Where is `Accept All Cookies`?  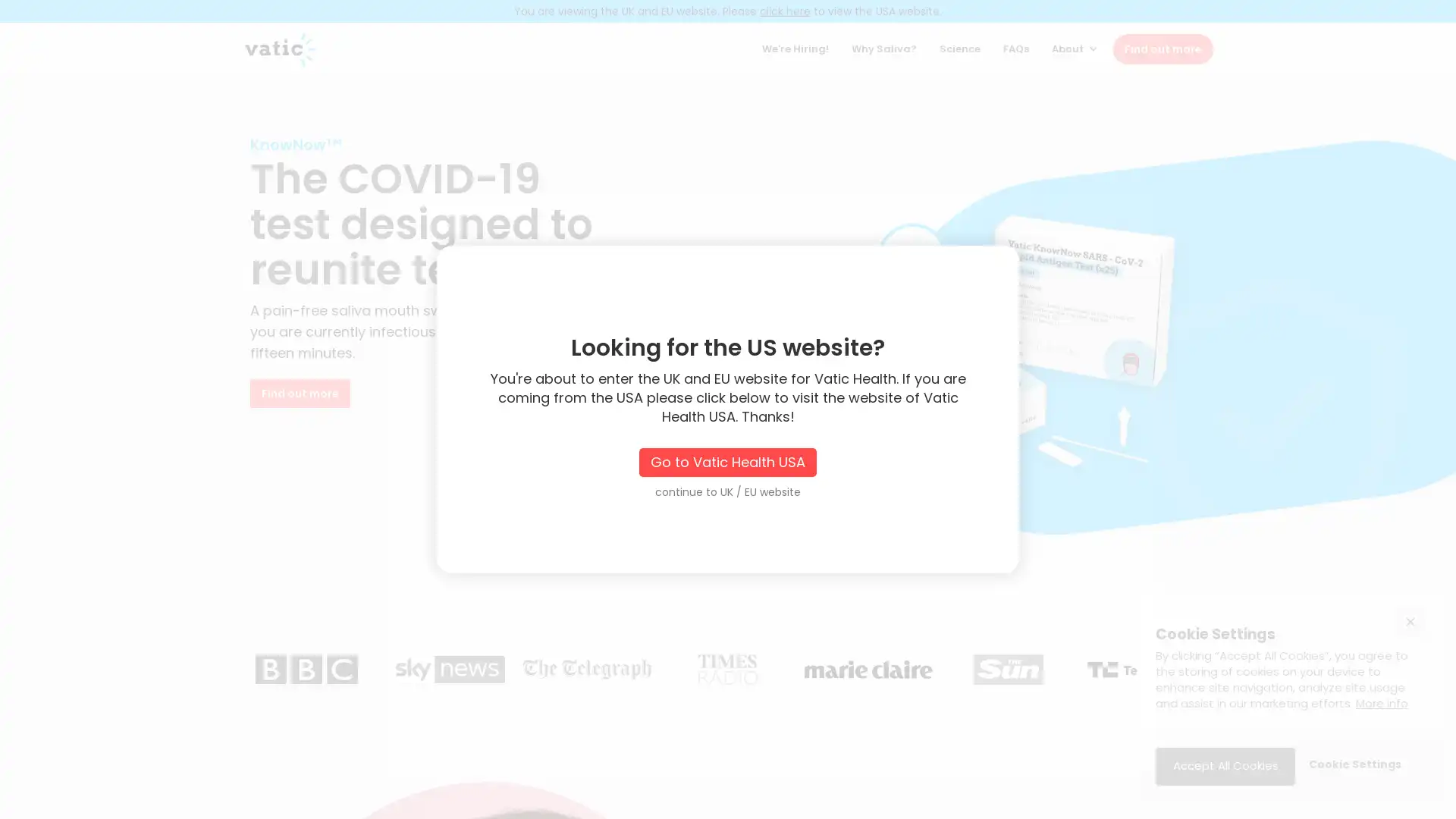
Accept All Cookies is located at coordinates (1225, 766).